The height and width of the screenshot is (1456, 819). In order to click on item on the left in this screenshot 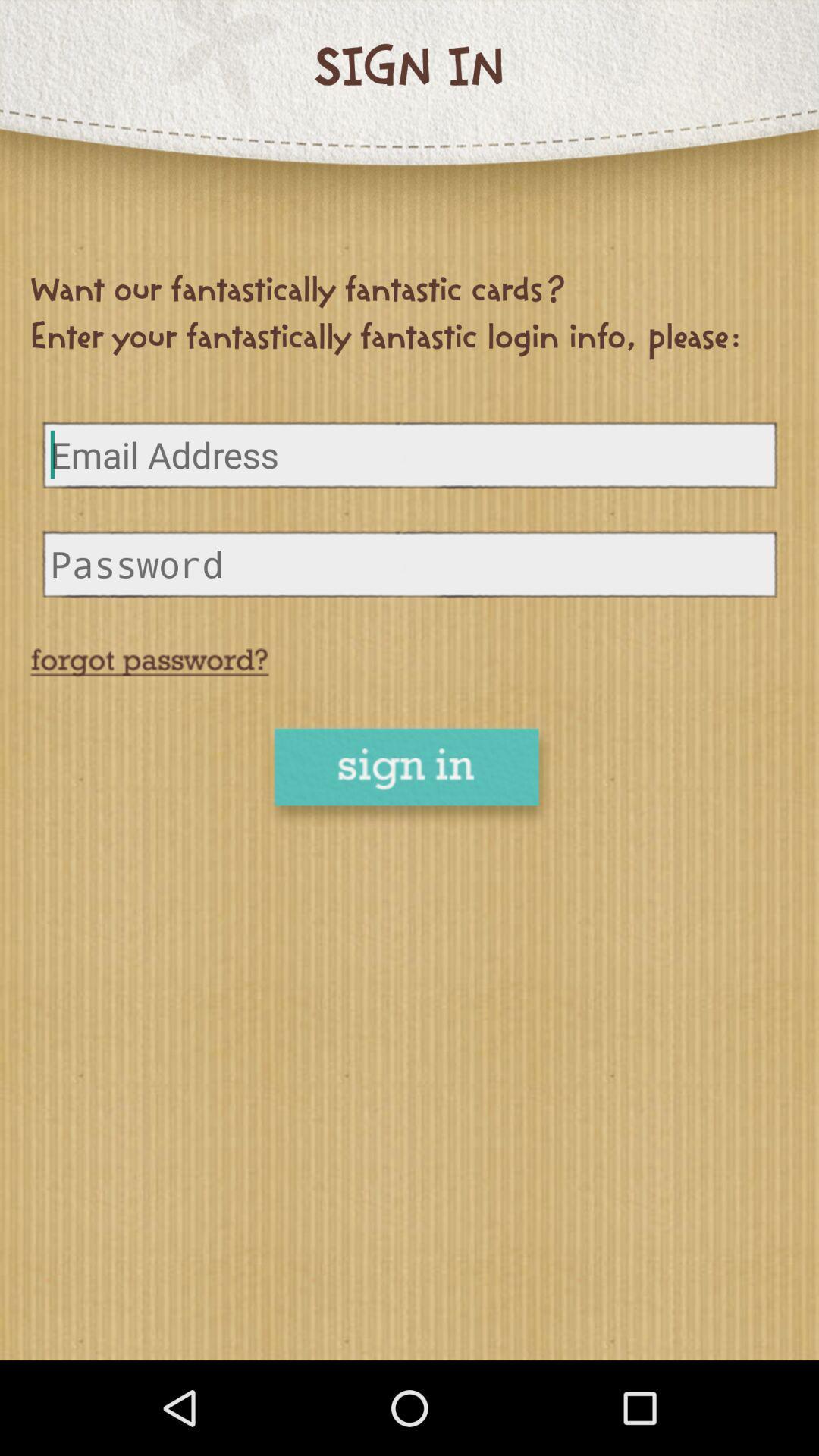, I will do `click(149, 663)`.